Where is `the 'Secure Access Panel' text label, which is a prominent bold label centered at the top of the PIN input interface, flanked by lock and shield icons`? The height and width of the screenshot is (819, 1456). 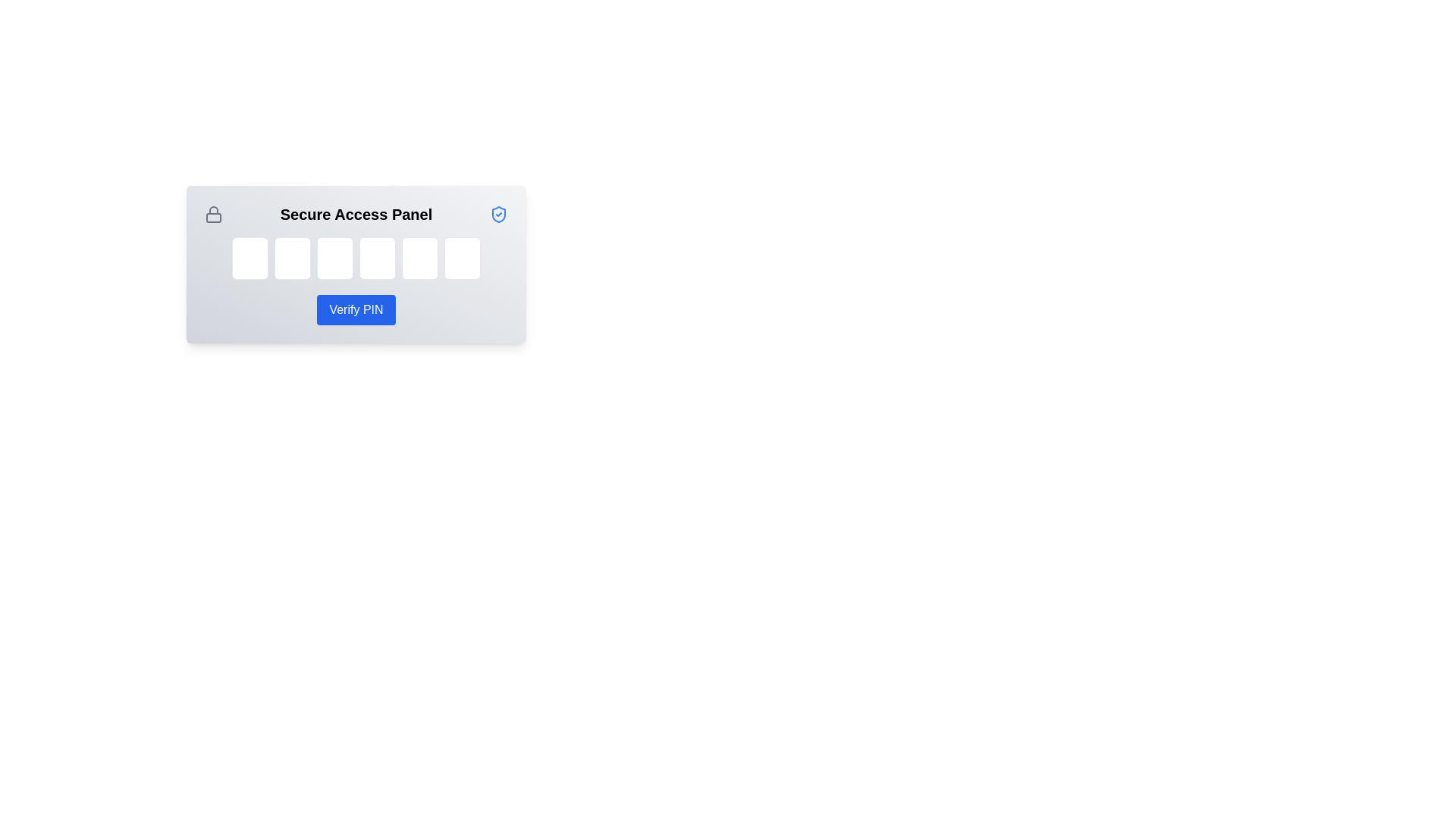 the 'Secure Access Panel' text label, which is a prominent bold label centered at the top of the PIN input interface, flanked by lock and shield icons is located at coordinates (356, 214).